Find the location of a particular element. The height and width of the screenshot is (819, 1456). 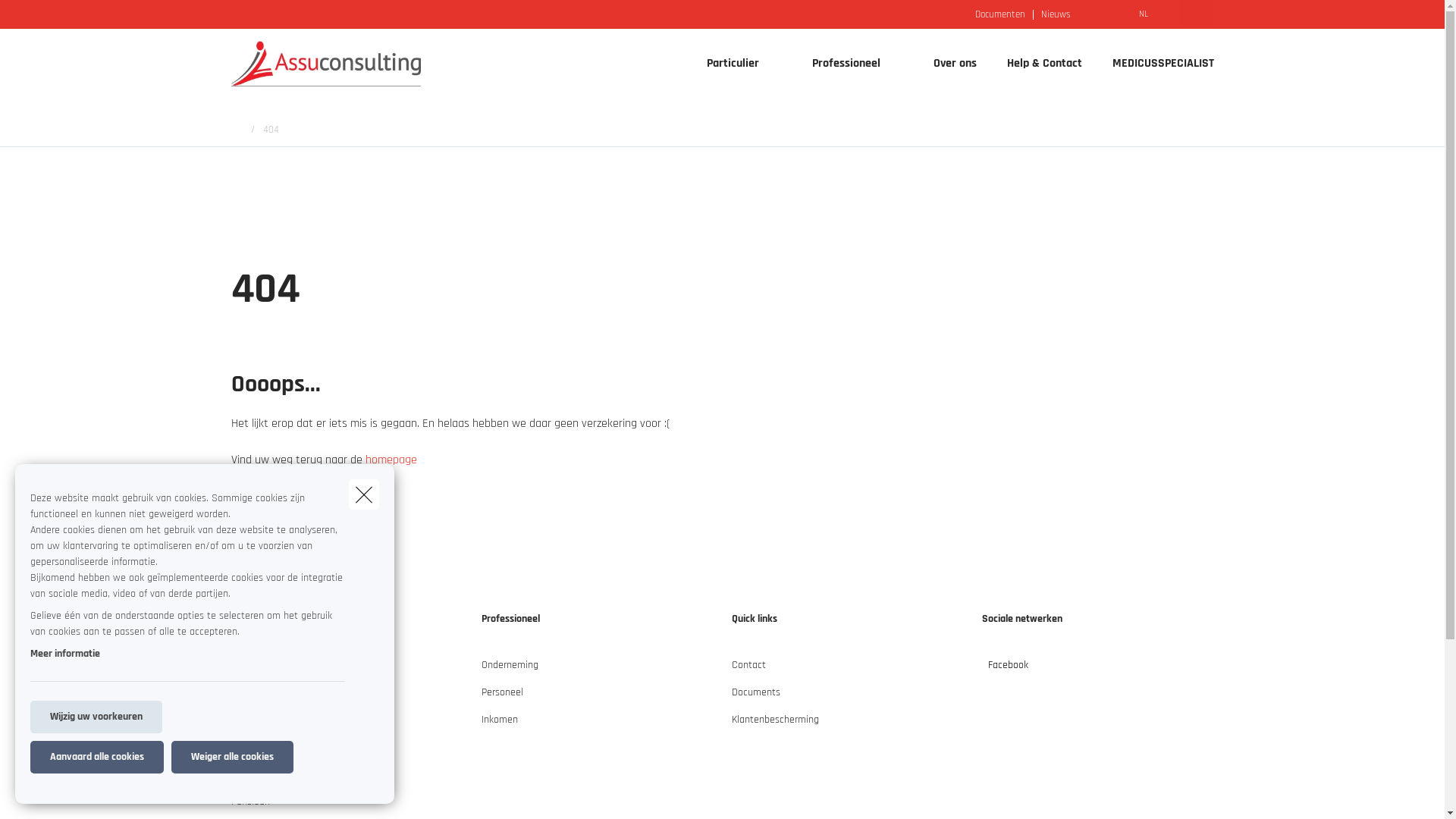

'Klantenbescherming' is located at coordinates (774, 724).